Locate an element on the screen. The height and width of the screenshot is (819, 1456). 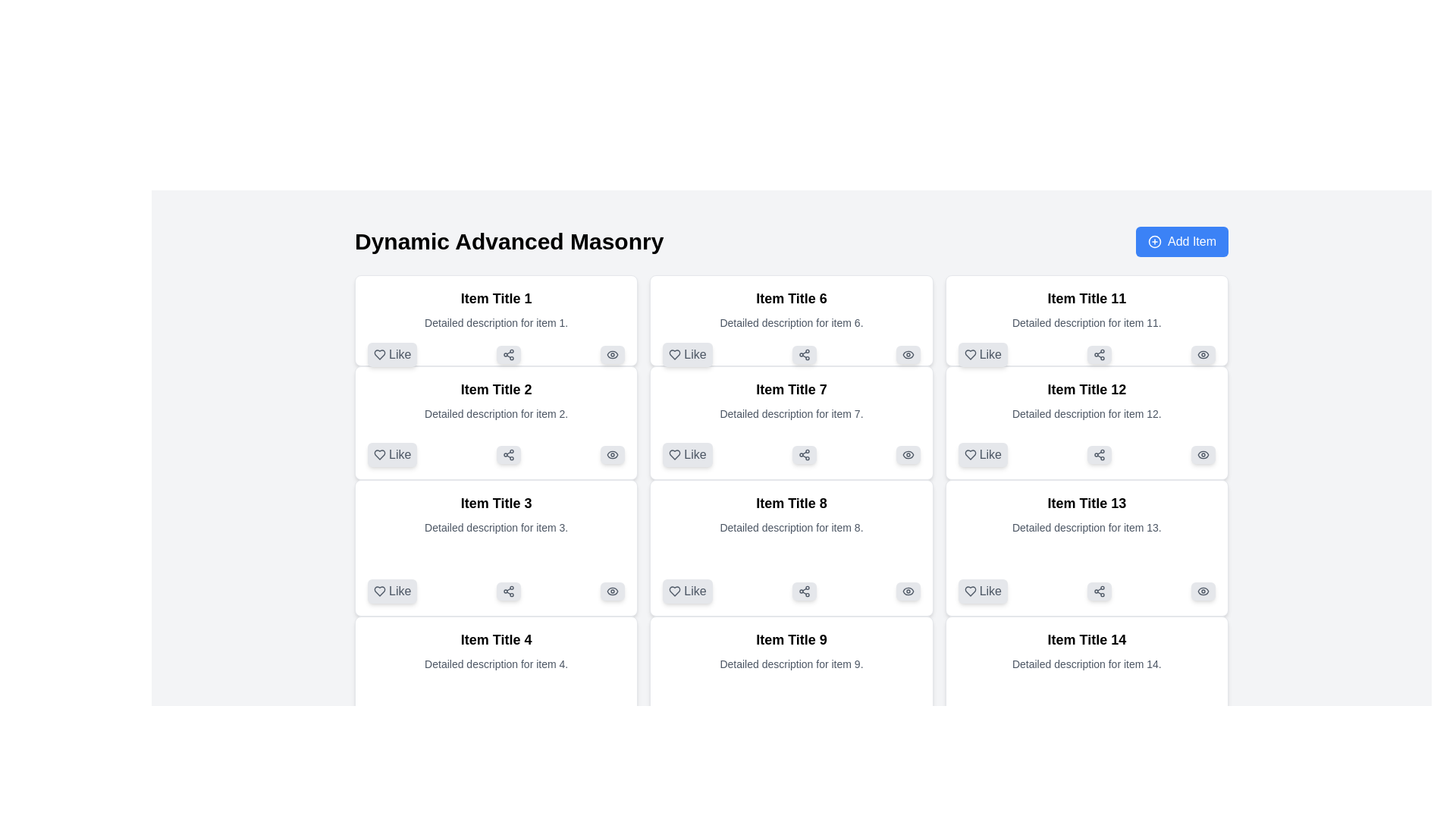
detailed description text located directly beneath the heading 'Item Title 2' in the second item card of the masonry layout is located at coordinates (496, 414).